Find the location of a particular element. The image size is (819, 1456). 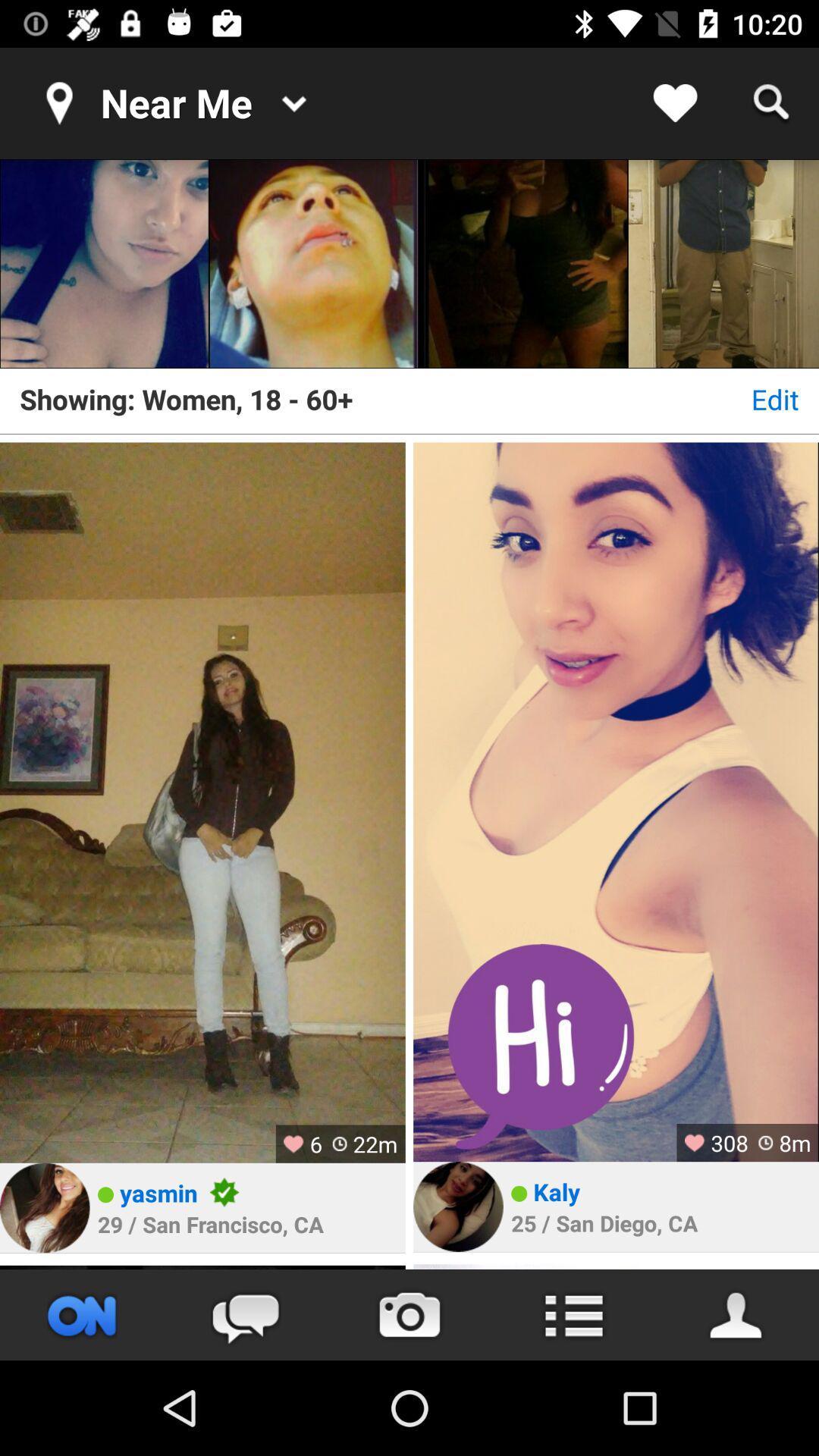

the button which is next to the on is located at coordinates (245, 1314).